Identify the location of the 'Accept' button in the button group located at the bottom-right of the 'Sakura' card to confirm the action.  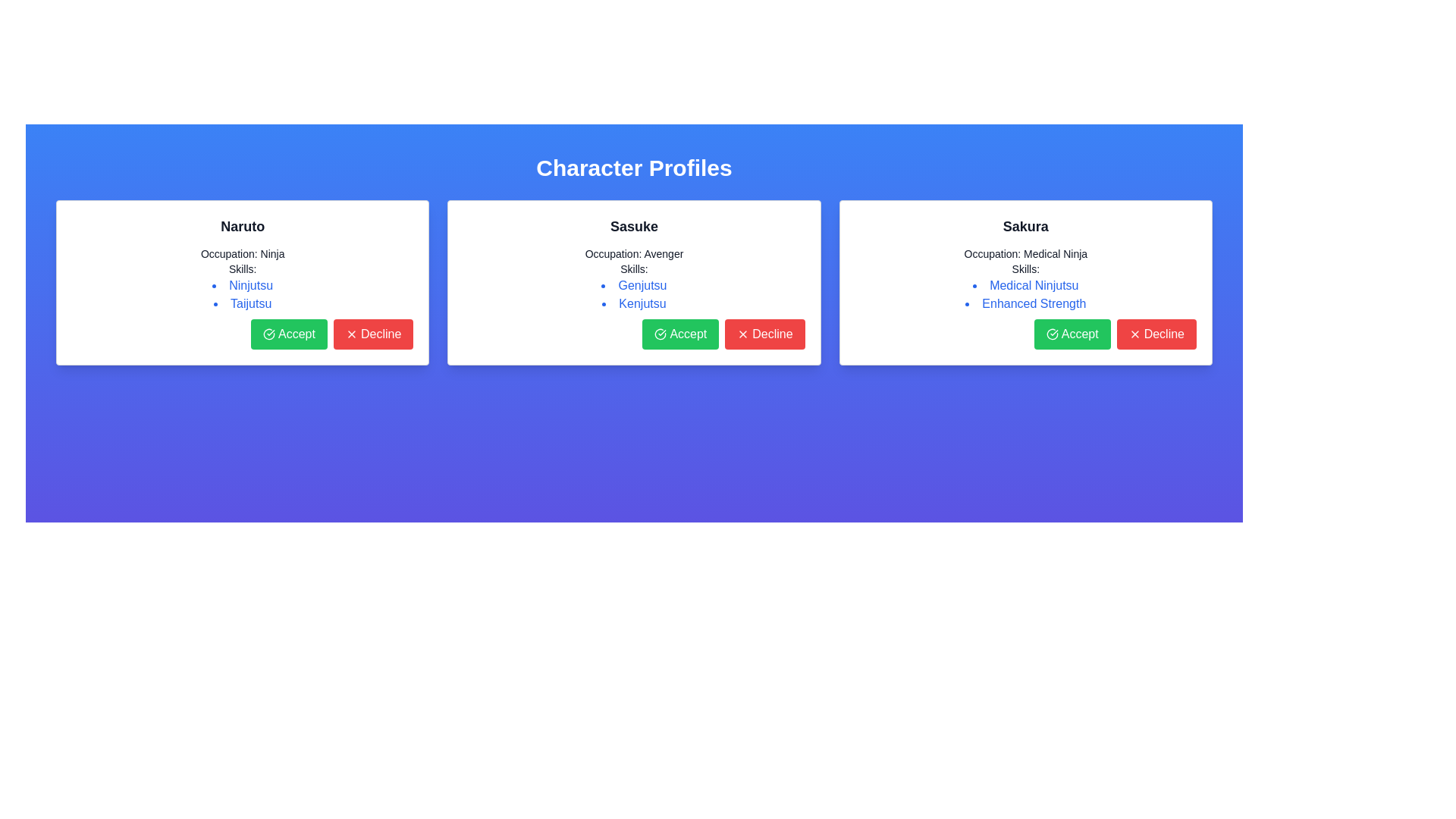
(1025, 333).